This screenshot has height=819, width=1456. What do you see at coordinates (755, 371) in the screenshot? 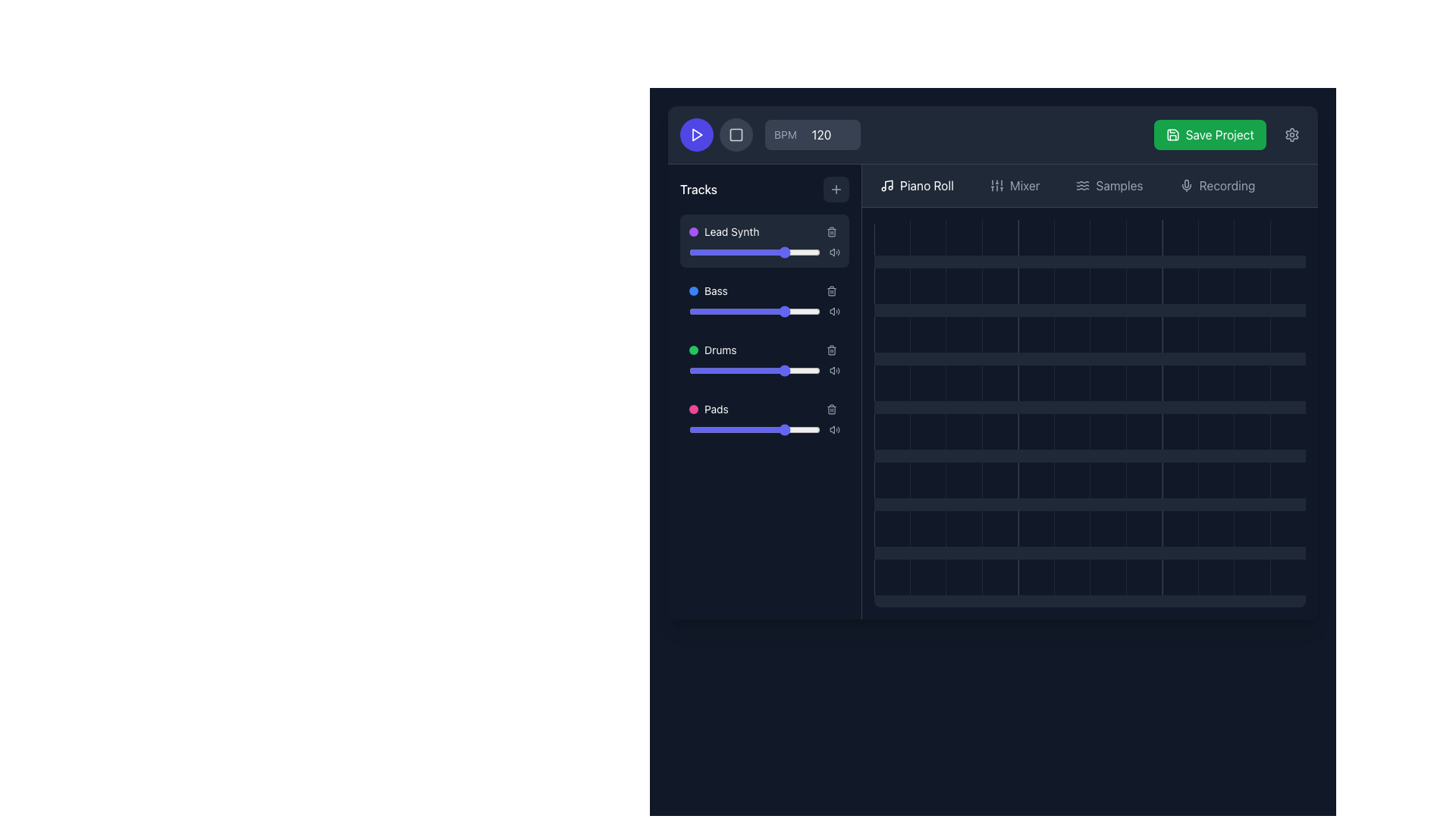
I see `the slider` at bounding box center [755, 371].